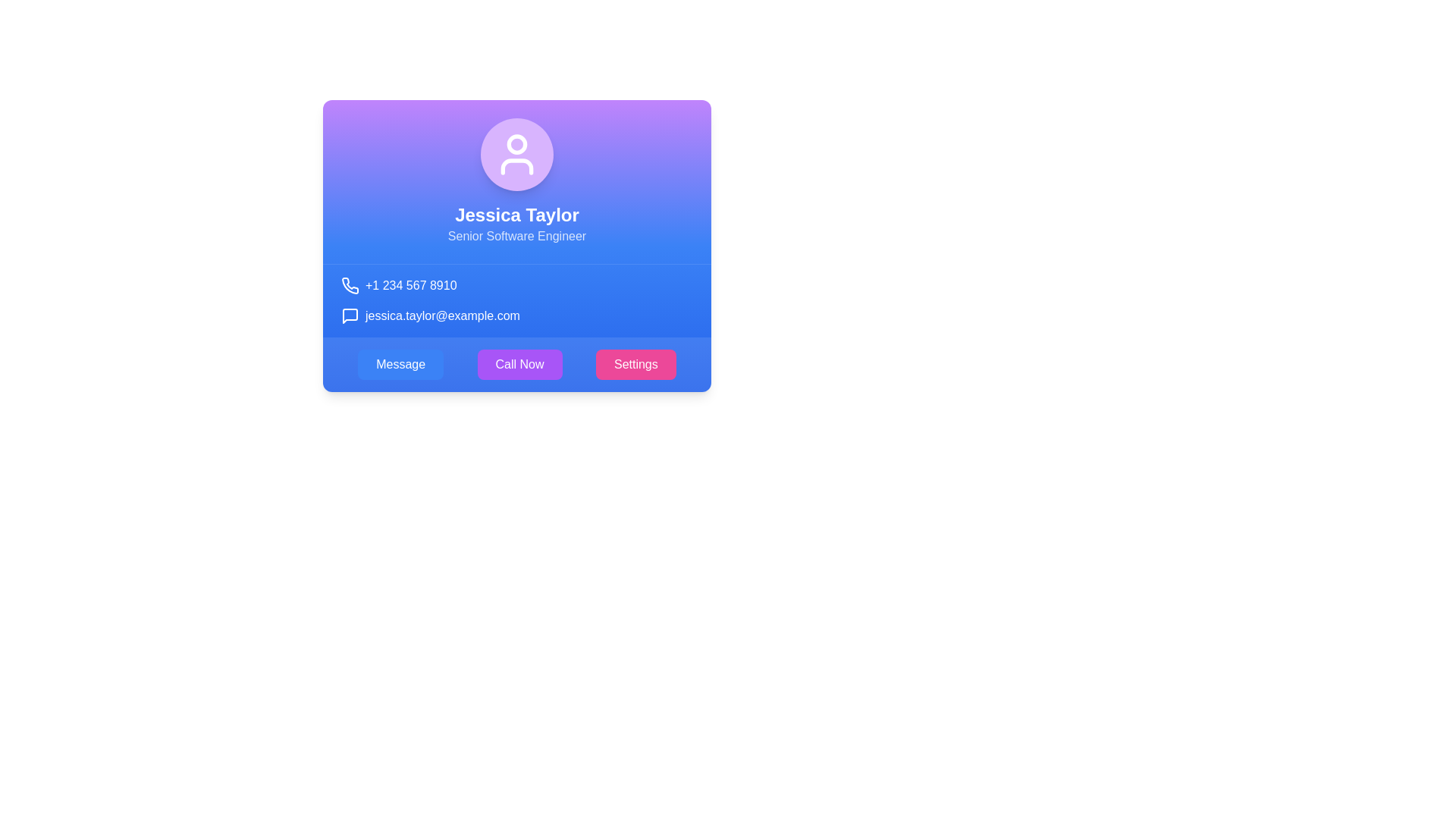 The width and height of the screenshot is (1456, 819). Describe the element at coordinates (349, 315) in the screenshot. I see `the message bubble icon, which is a rounded square with a tail at the bottom-left corner, located near the middle section of the contact card layout` at that location.